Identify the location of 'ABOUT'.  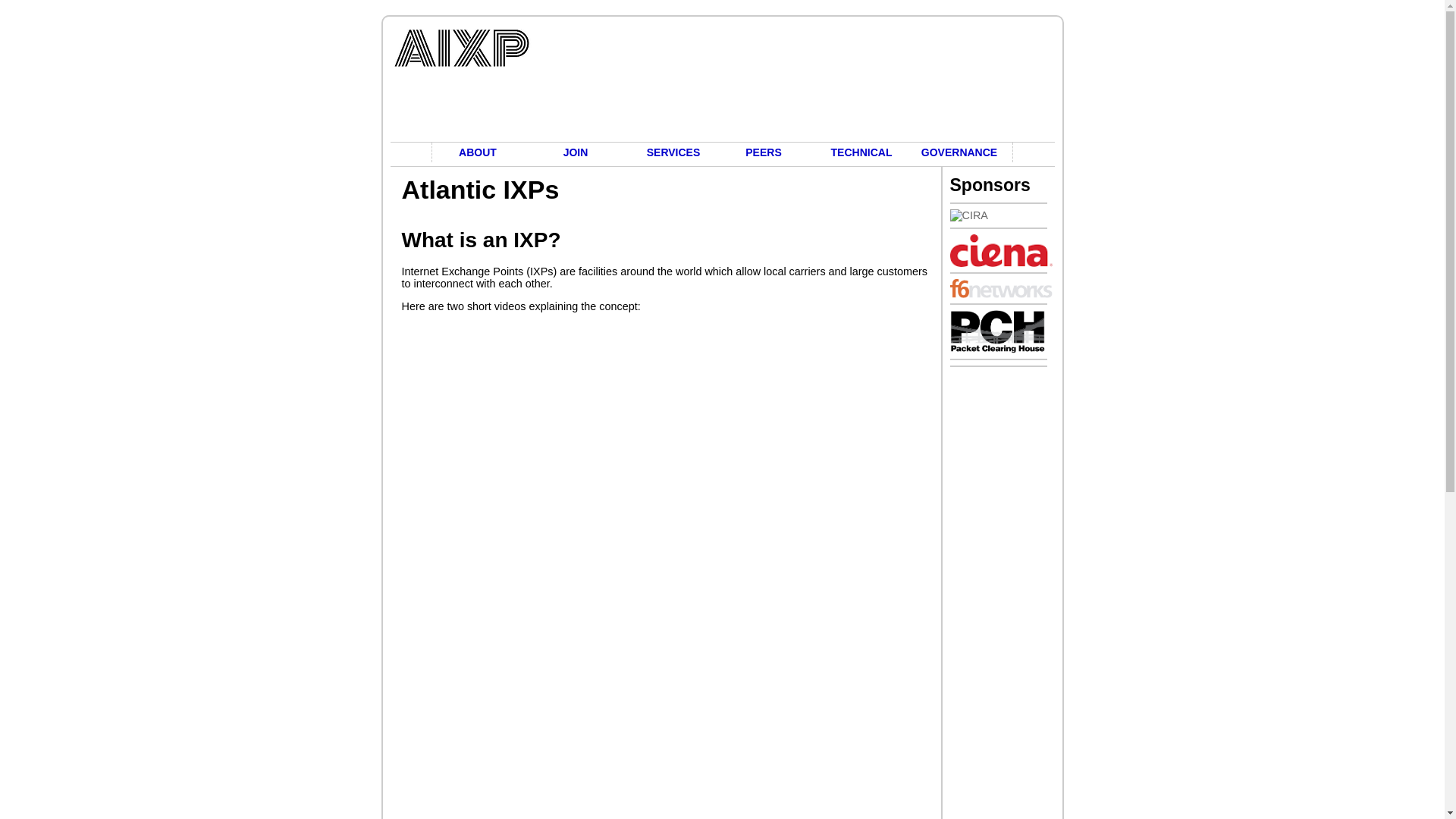
(480, 152).